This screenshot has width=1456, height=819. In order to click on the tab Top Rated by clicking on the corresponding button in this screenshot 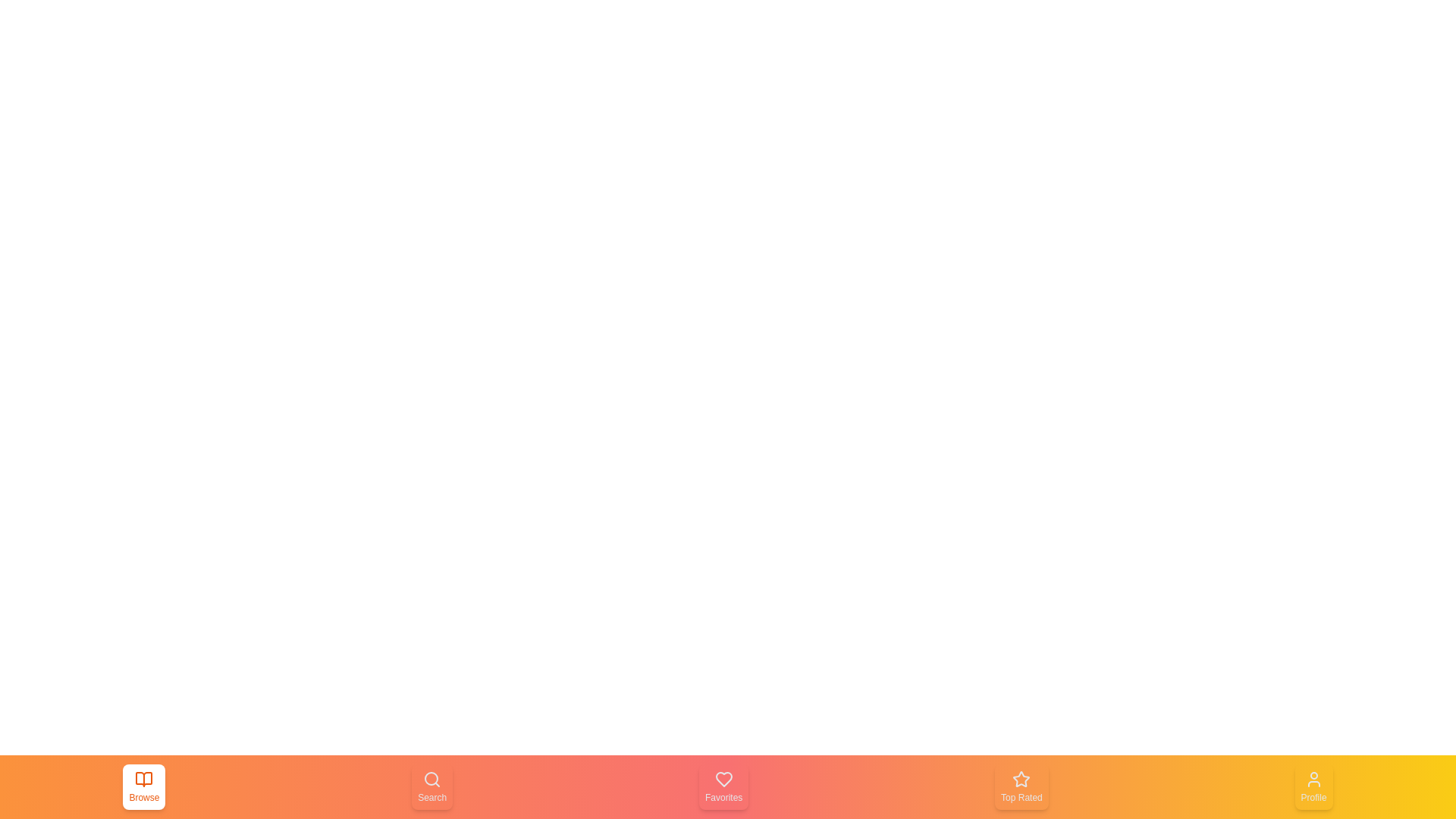, I will do `click(1021, 786)`.